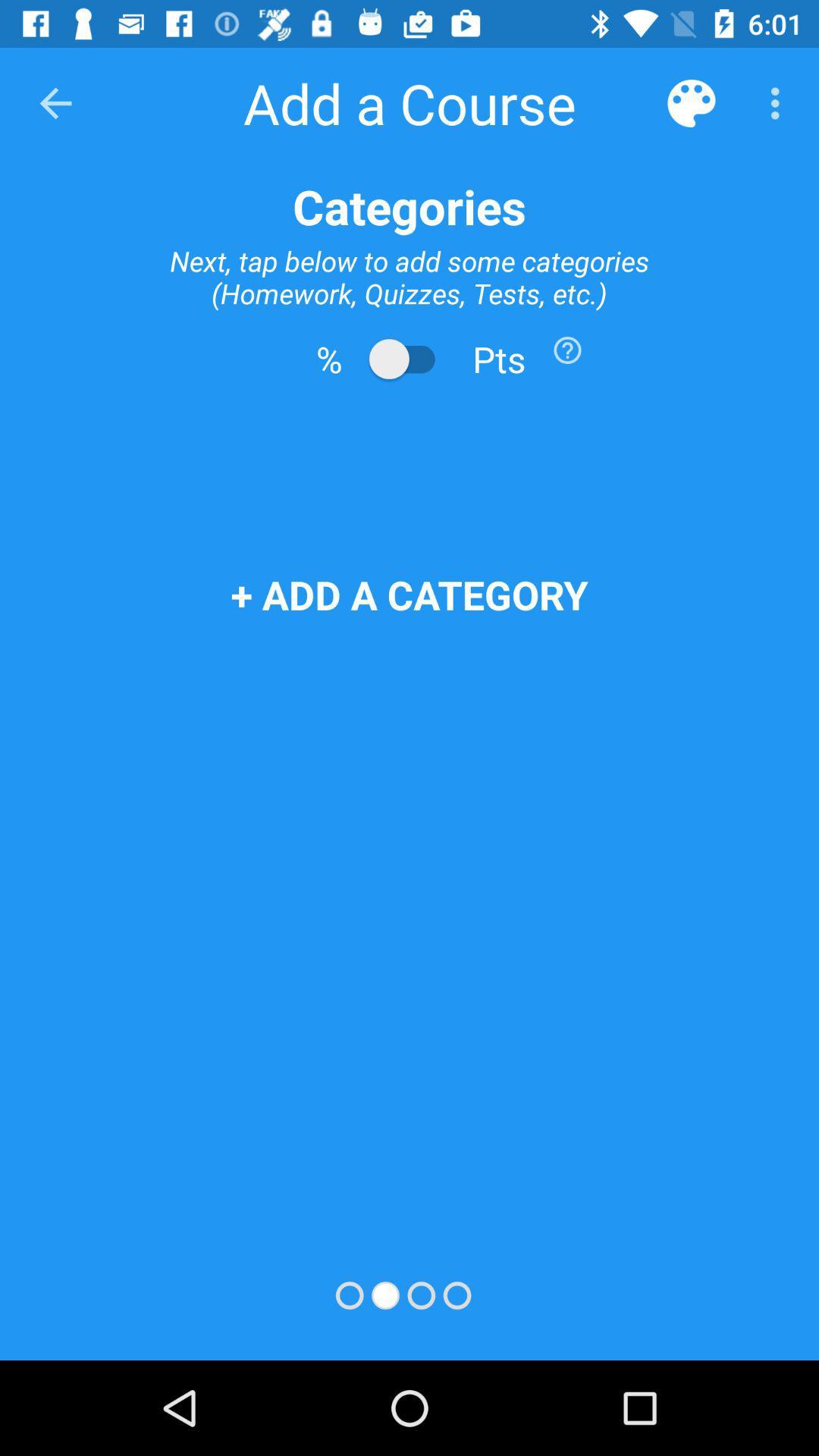  I want to click on the item to the right of pts item, so click(567, 349).